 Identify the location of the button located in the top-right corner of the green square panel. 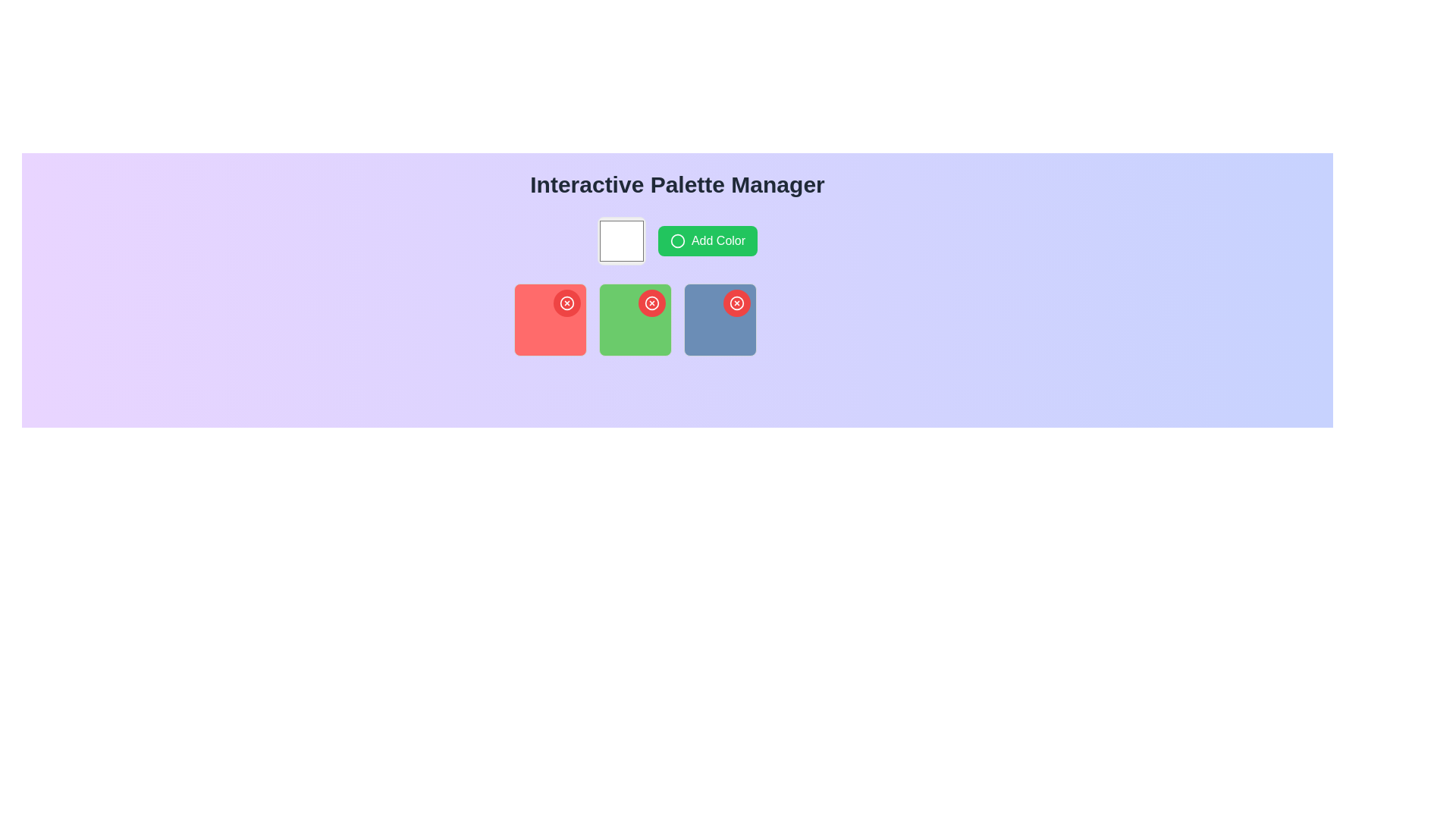
(651, 303).